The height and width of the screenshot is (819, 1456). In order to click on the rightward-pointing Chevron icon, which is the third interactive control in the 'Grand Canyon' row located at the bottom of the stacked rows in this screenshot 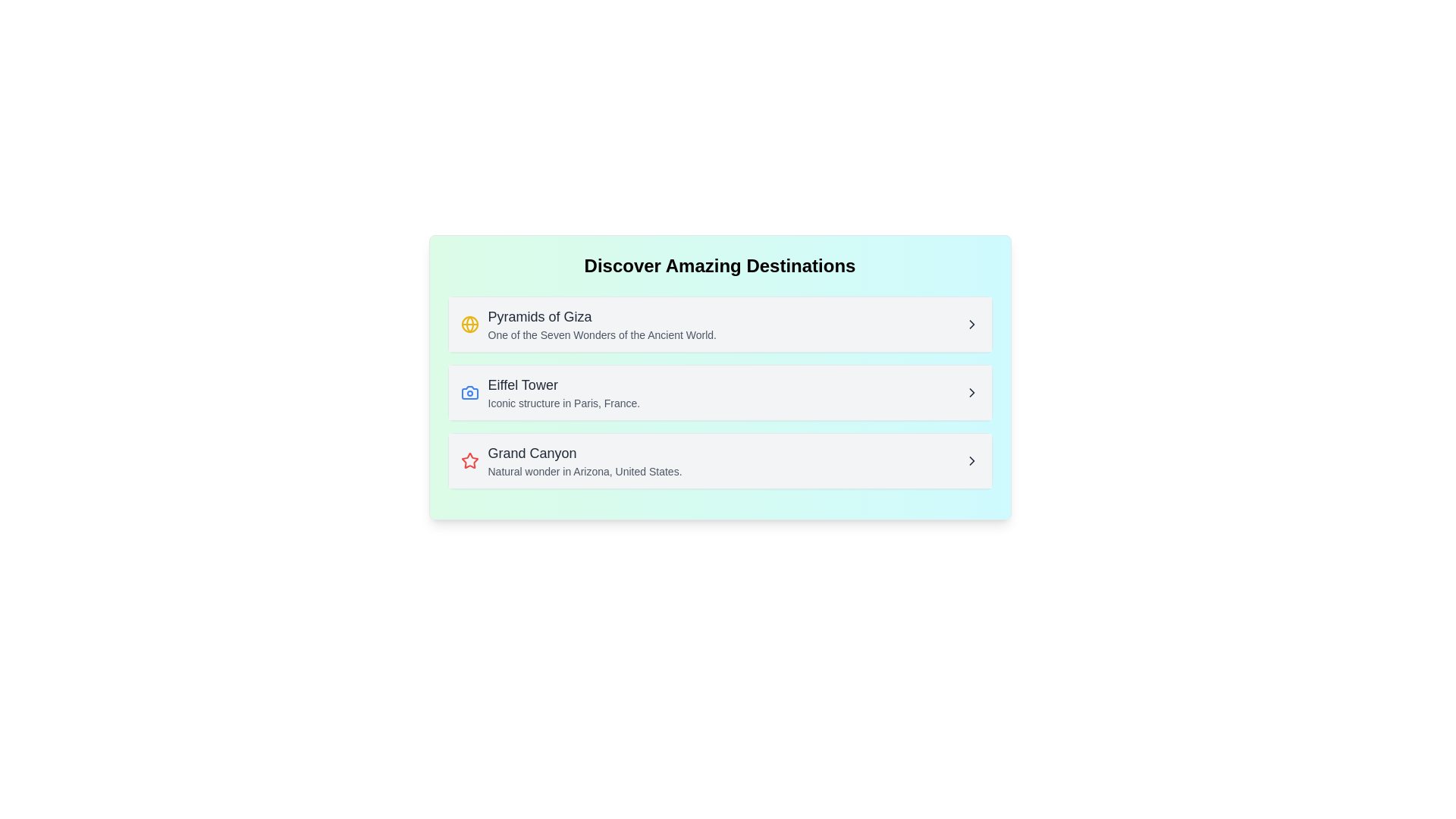, I will do `click(971, 460)`.